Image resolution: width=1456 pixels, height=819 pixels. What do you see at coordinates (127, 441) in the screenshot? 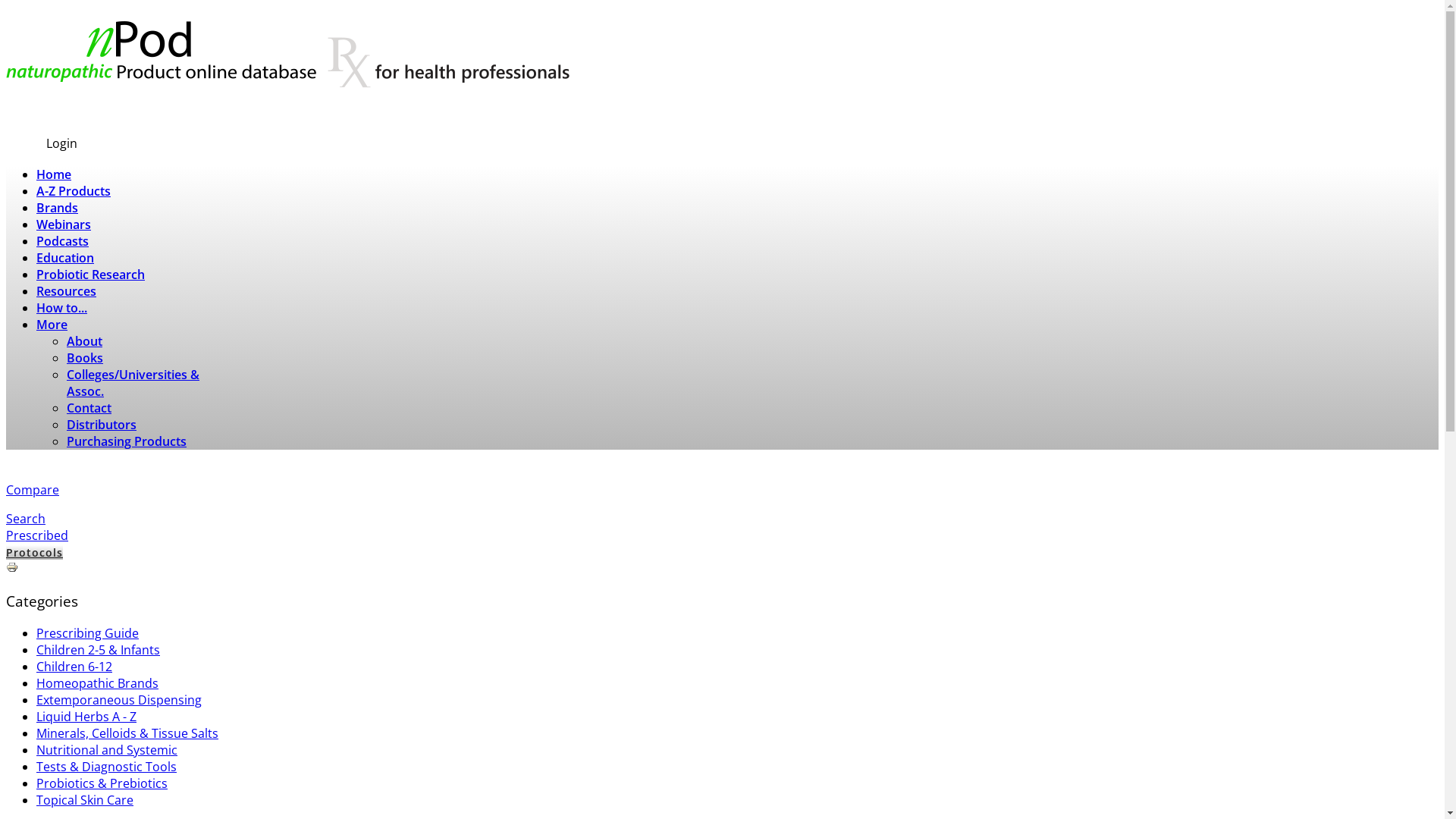
I see `'Purchasing Products'` at bounding box center [127, 441].